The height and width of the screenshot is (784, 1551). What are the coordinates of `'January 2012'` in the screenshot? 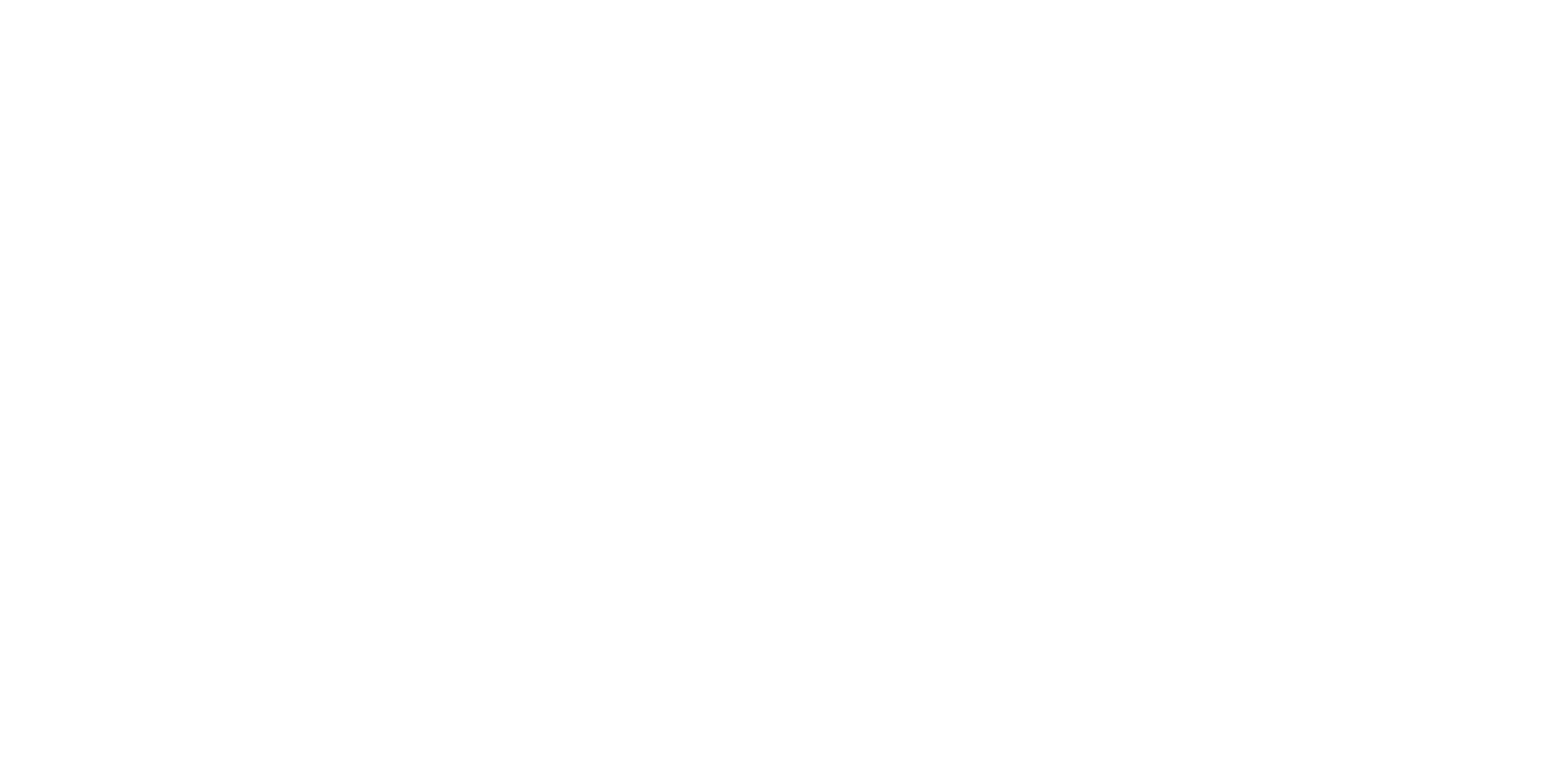 It's located at (1020, 458).